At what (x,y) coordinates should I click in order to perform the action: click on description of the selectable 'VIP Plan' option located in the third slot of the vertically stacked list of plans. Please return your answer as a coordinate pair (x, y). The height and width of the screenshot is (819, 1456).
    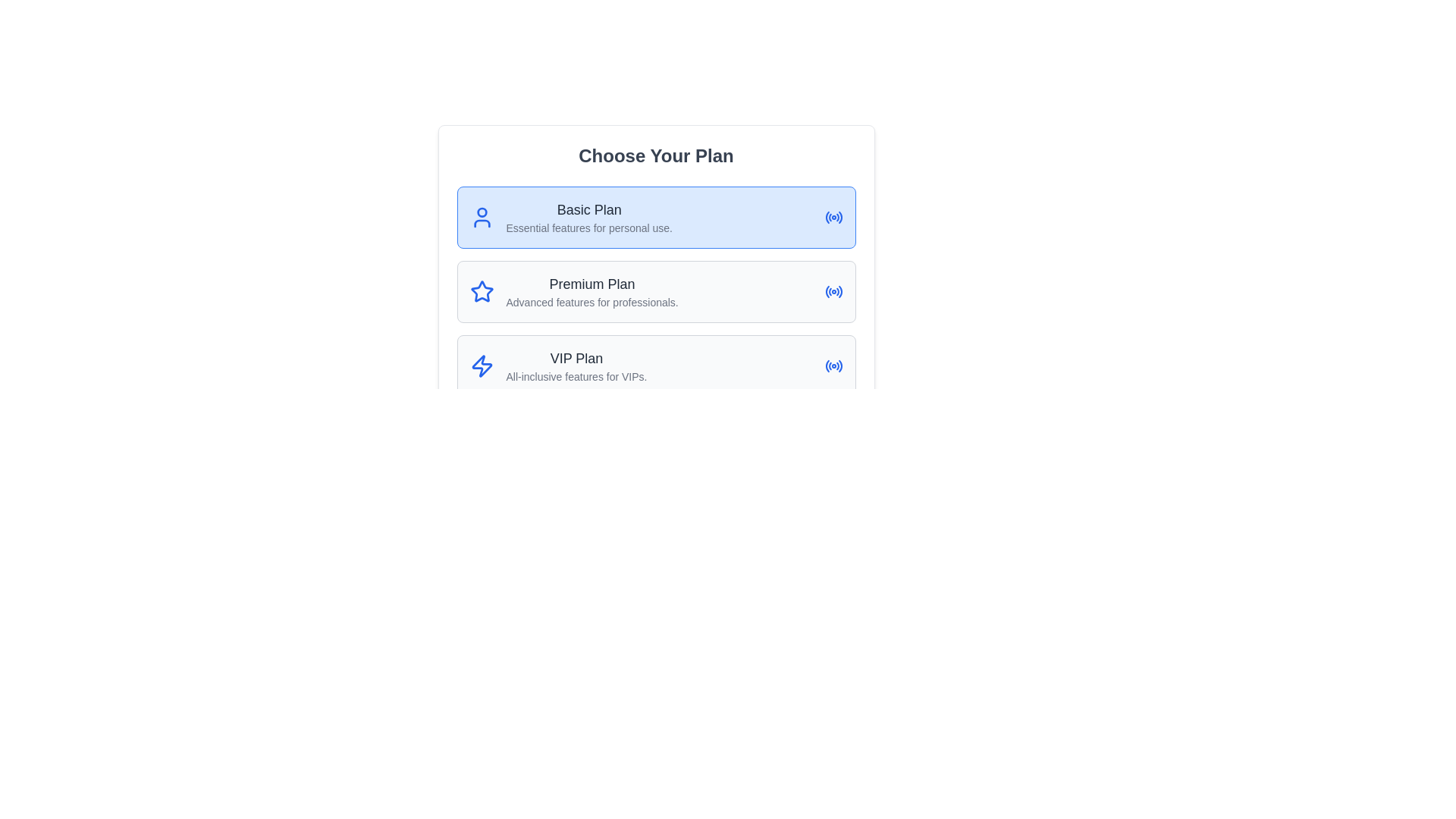
    Looking at the image, I should click on (576, 366).